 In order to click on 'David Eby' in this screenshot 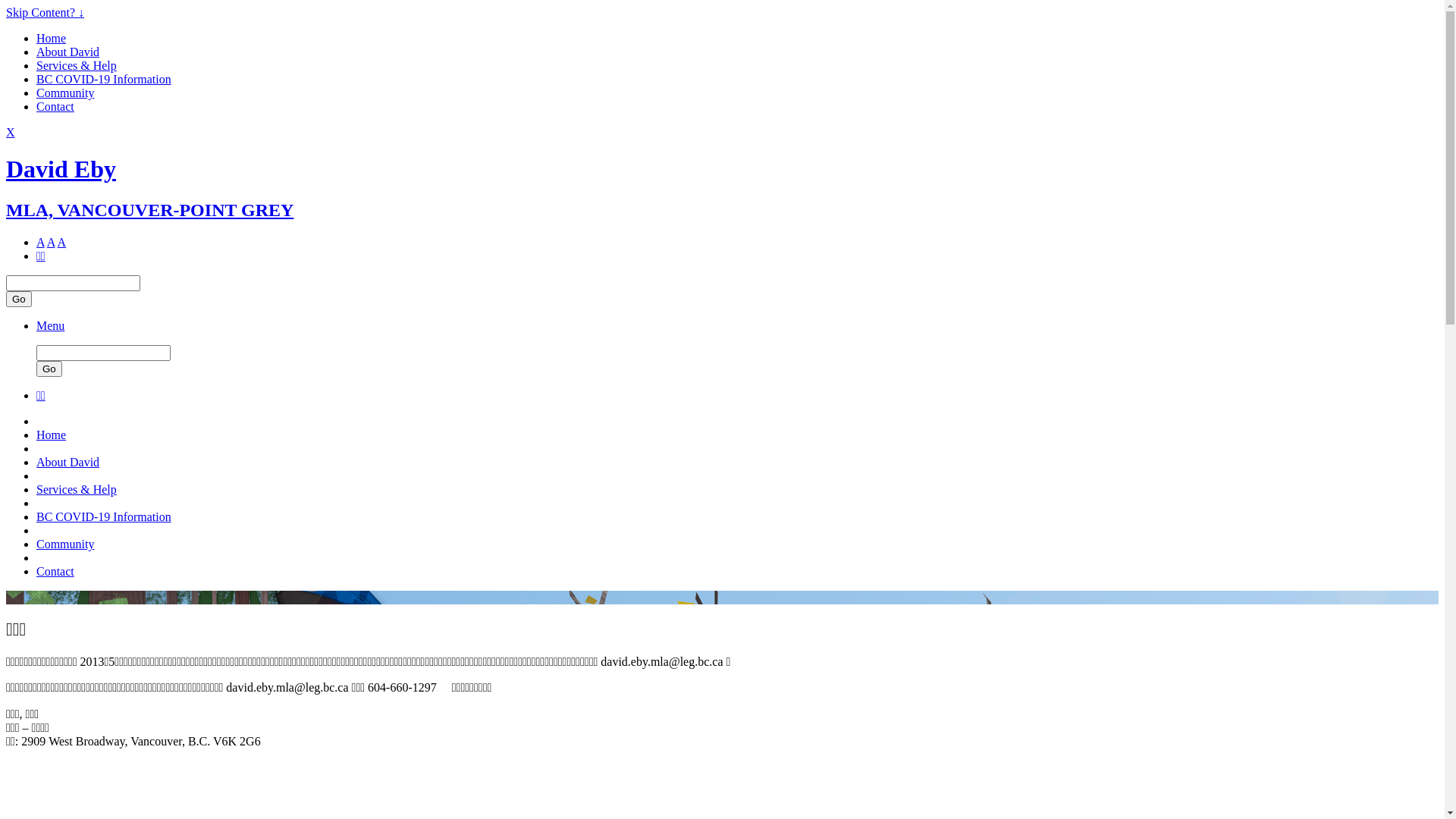, I will do `click(6, 169)`.